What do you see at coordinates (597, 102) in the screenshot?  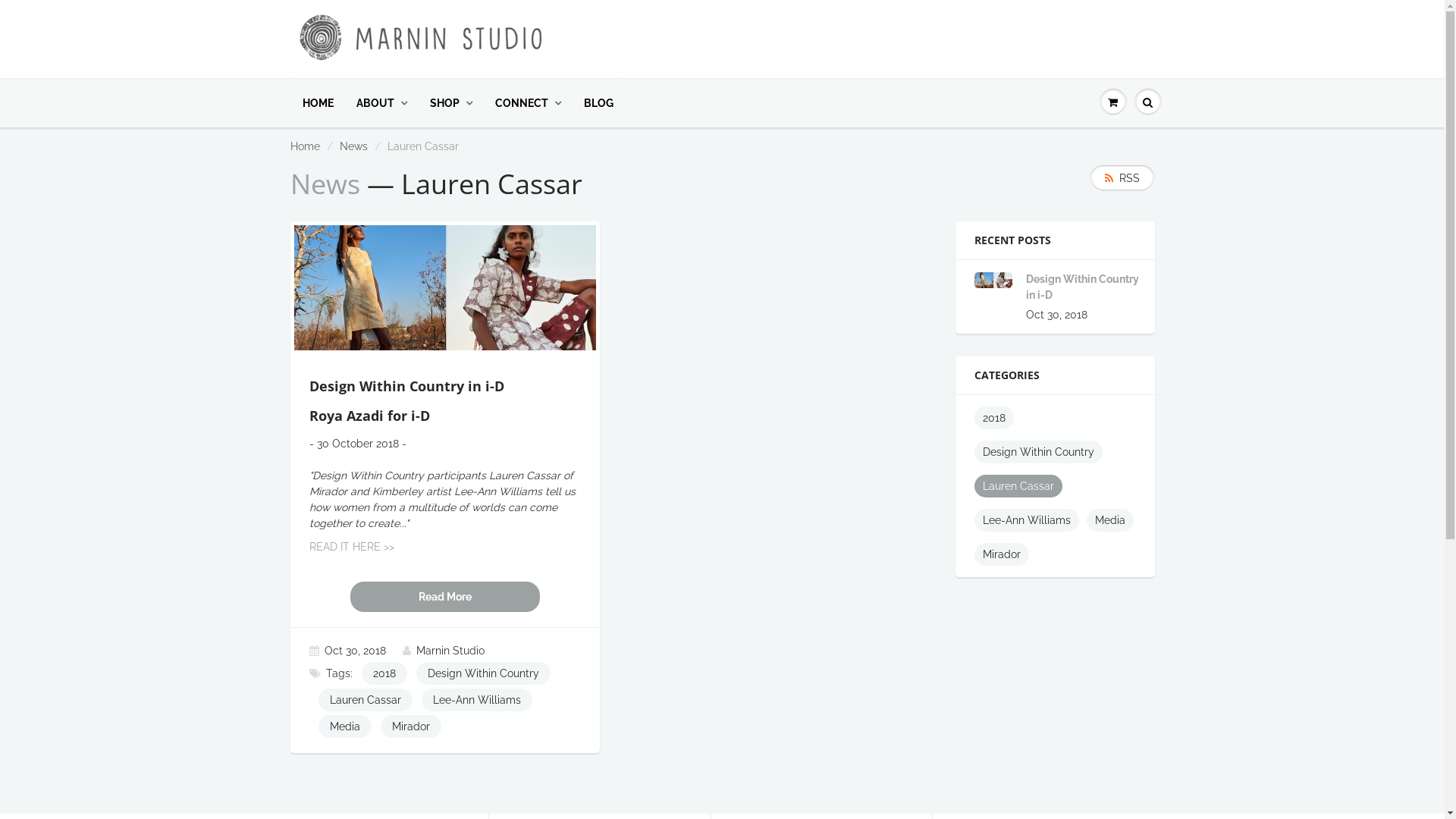 I see `'BLOG'` at bounding box center [597, 102].